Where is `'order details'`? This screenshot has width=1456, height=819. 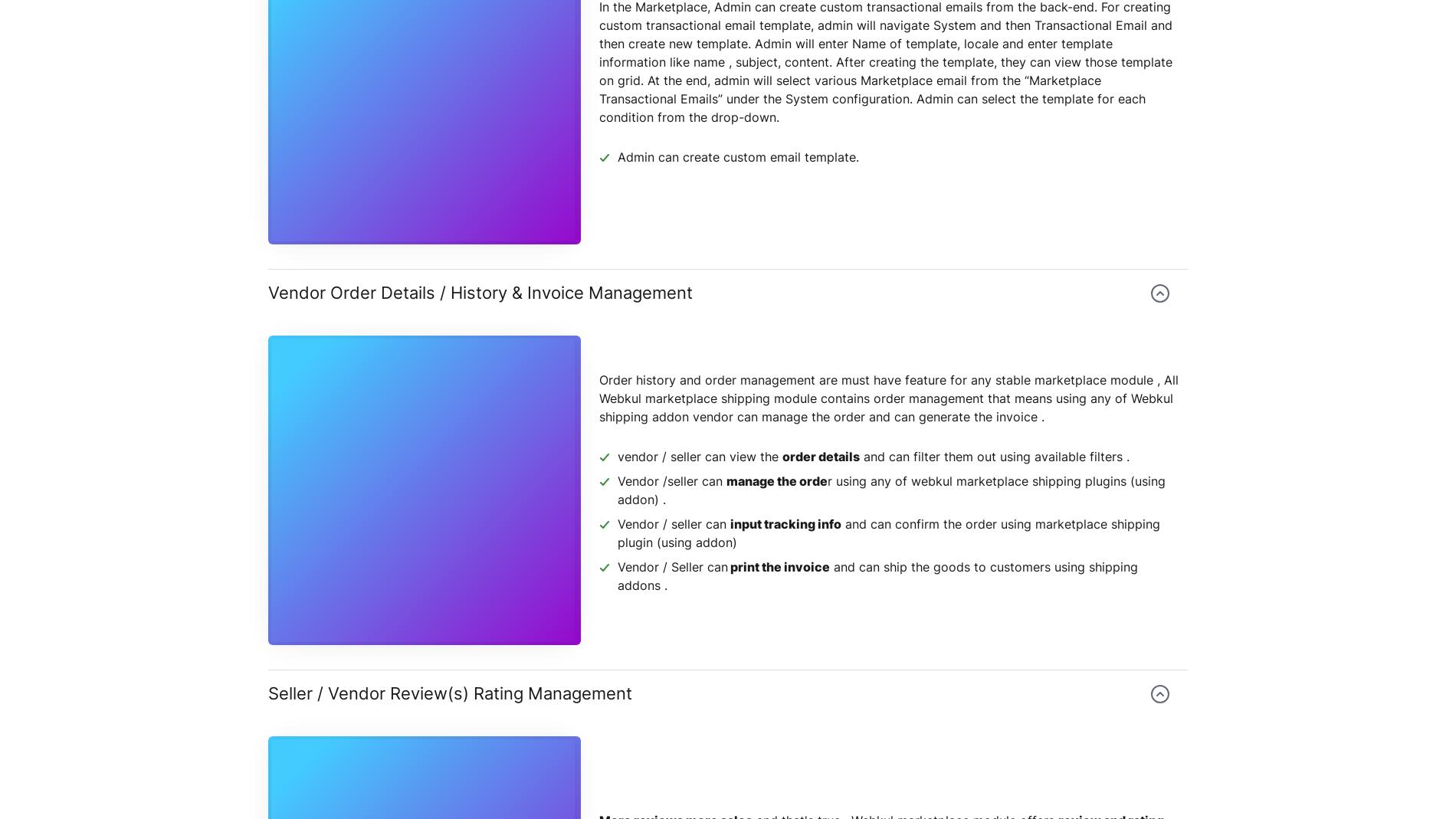 'order details' is located at coordinates (821, 456).